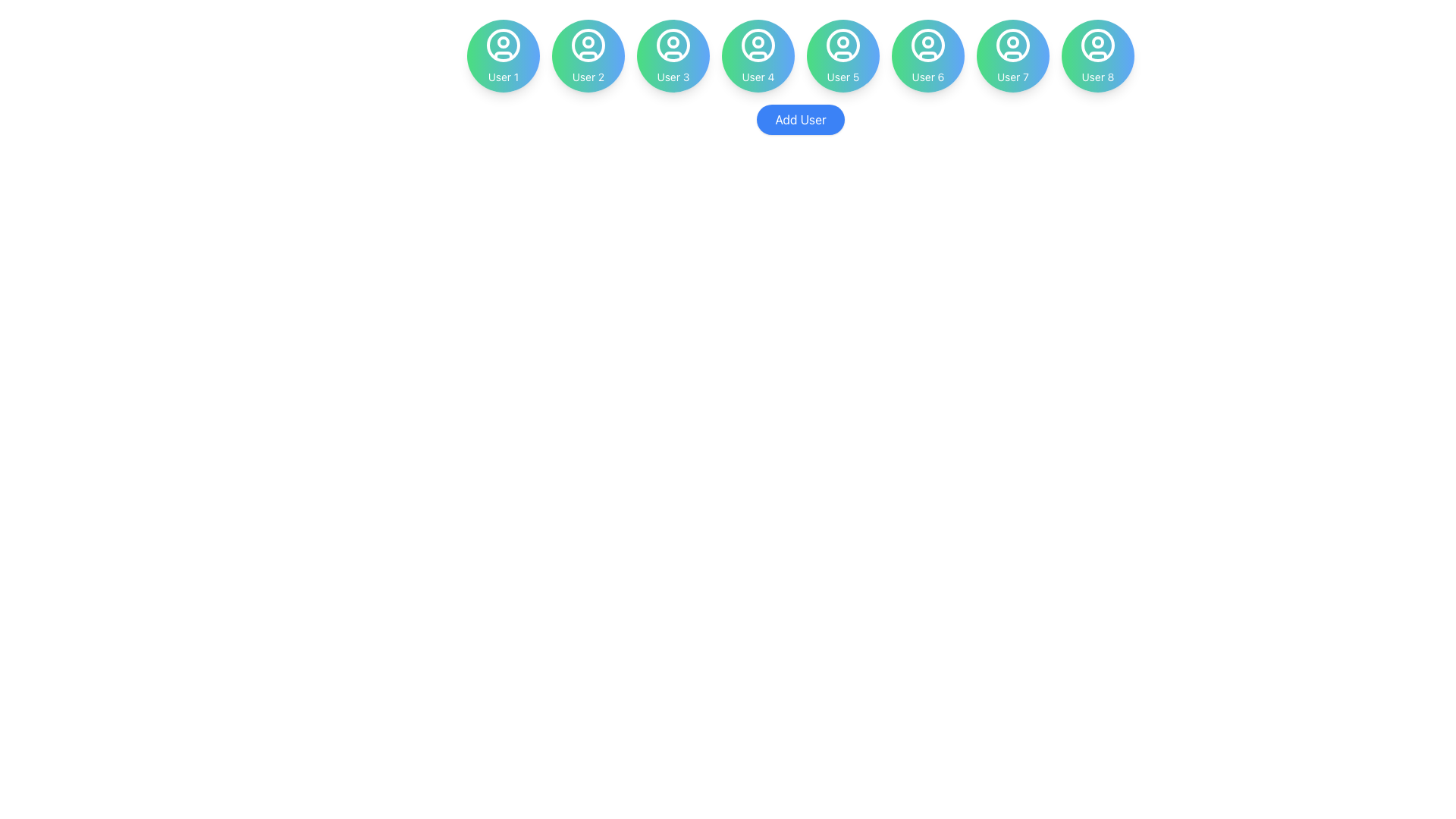 The height and width of the screenshot is (819, 1456). What do you see at coordinates (758, 45) in the screenshot?
I see `the decorative SVG Circle that represents the boundary of the 'User 4' icon` at bounding box center [758, 45].